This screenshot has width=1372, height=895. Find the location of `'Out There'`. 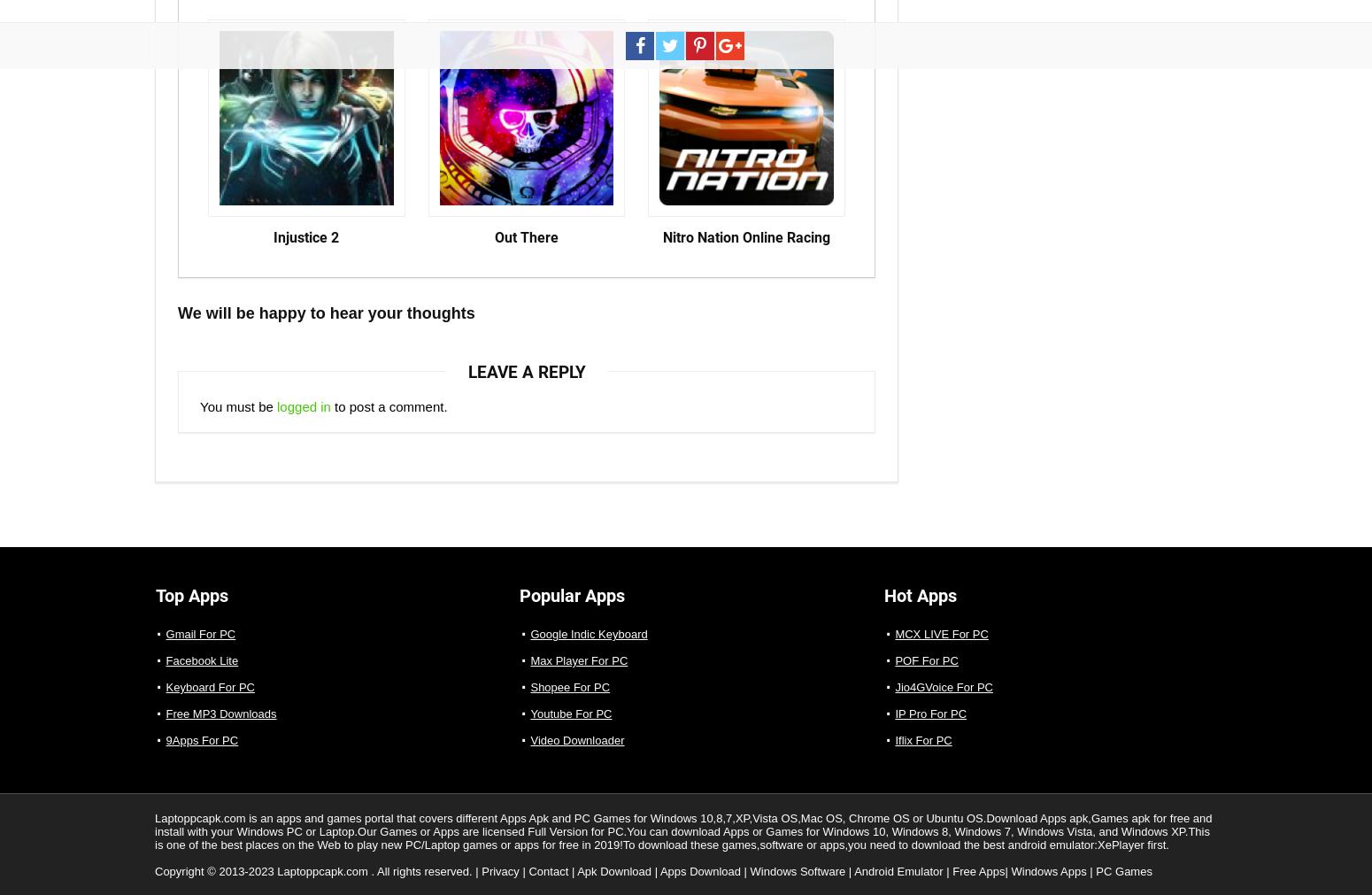

'Out There' is located at coordinates (525, 236).